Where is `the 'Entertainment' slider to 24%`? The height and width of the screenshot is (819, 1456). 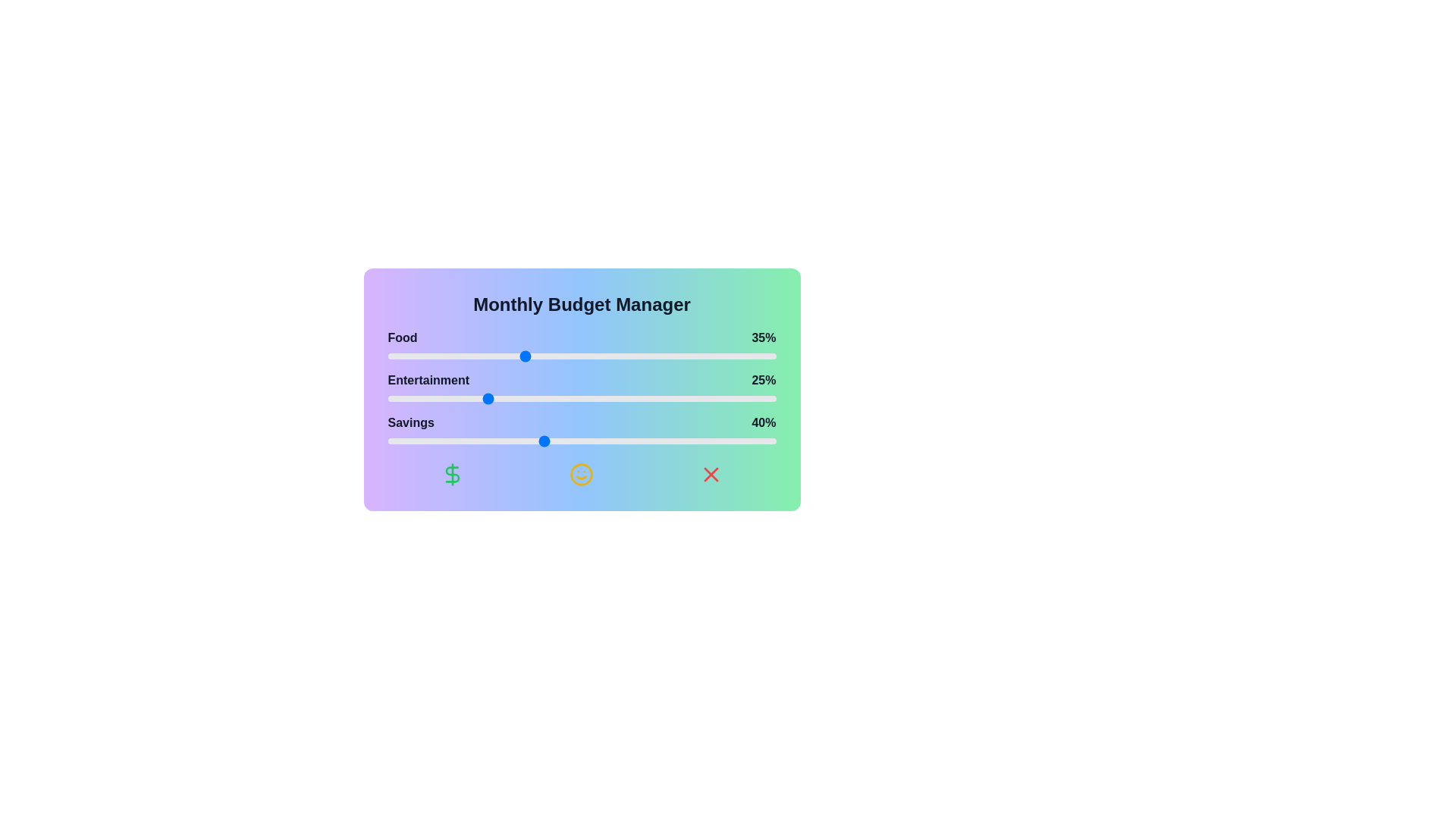 the 'Entertainment' slider to 24% is located at coordinates (480, 397).